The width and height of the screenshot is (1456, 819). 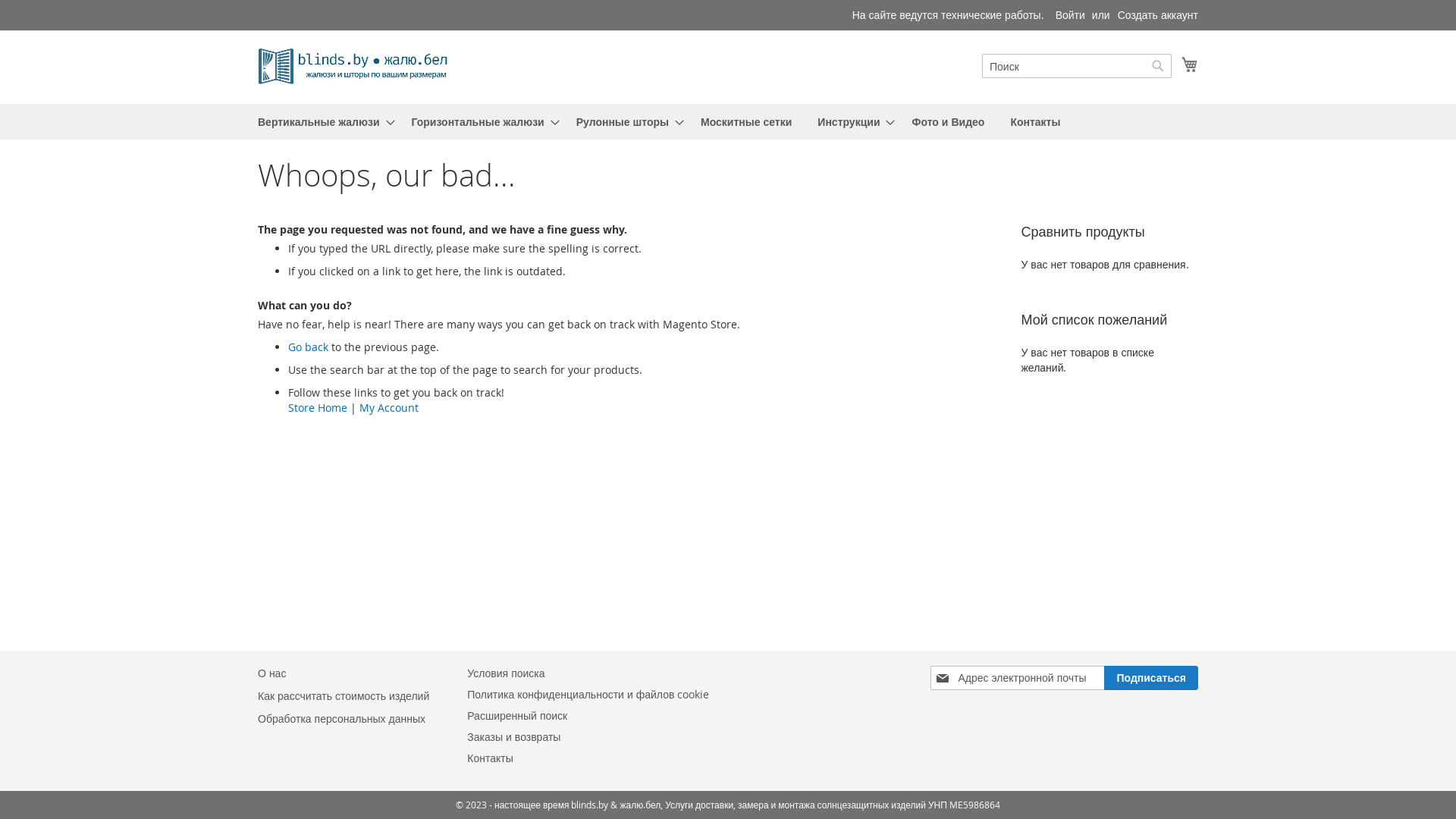 I want to click on 'My Account', so click(x=389, y=406).